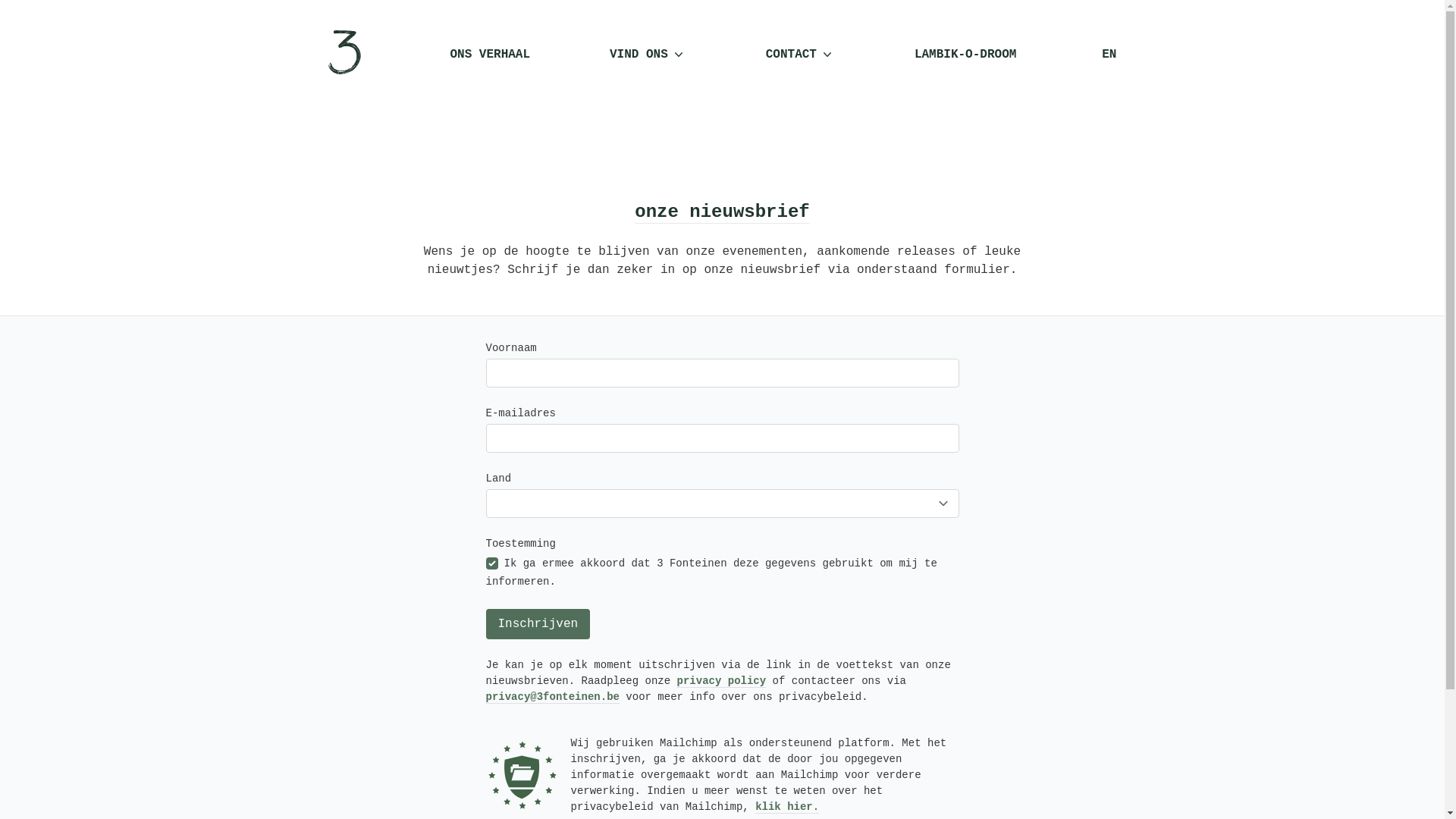 This screenshot has width=1456, height=819. What do you see at coordinates (551, 696) in the screenshot?
I see `'privacy@3fonteinen.be'` at bounding box center [551, 696].